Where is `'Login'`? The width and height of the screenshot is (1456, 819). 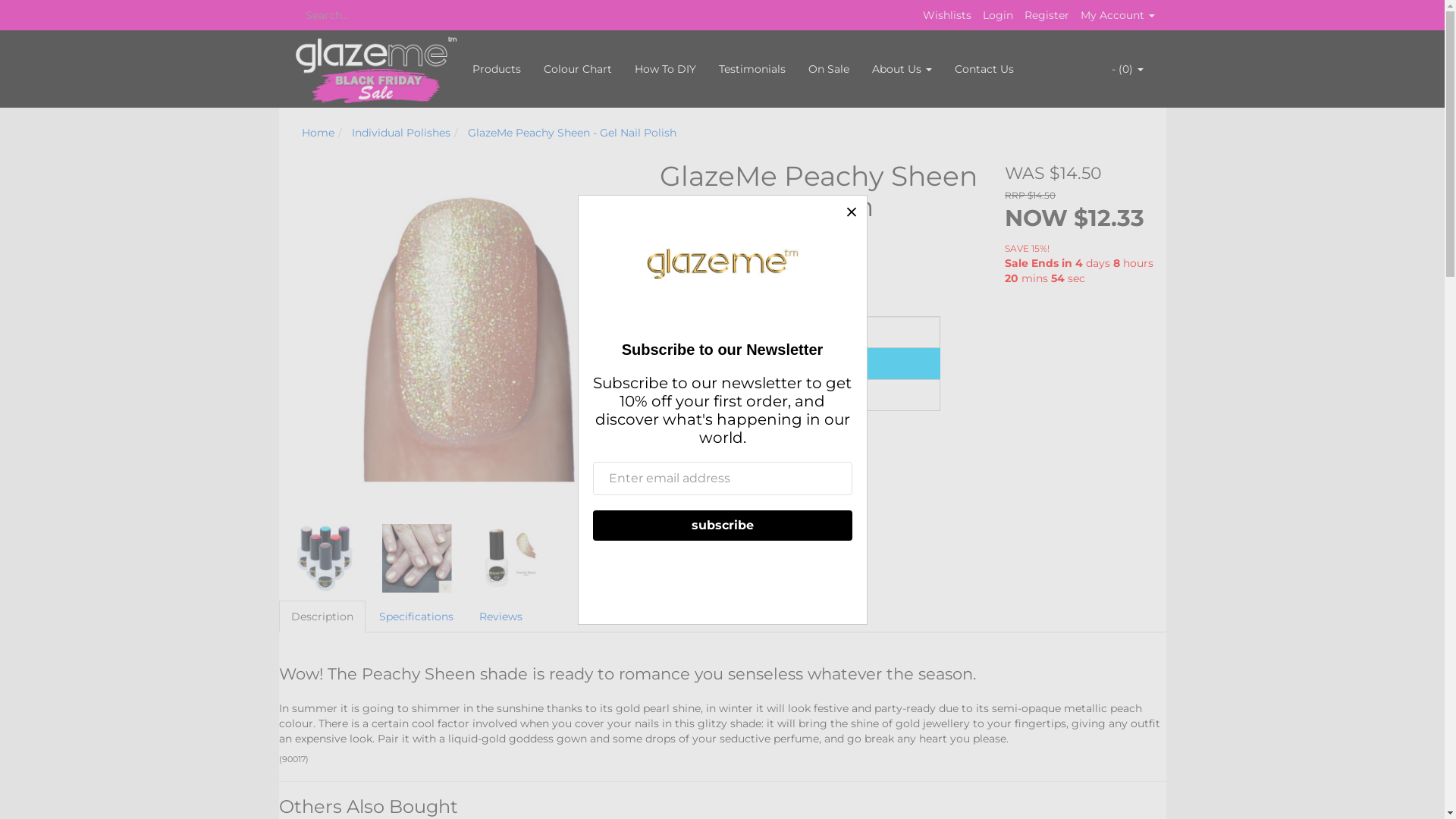 'Login' is located at coordinates (997, 14).